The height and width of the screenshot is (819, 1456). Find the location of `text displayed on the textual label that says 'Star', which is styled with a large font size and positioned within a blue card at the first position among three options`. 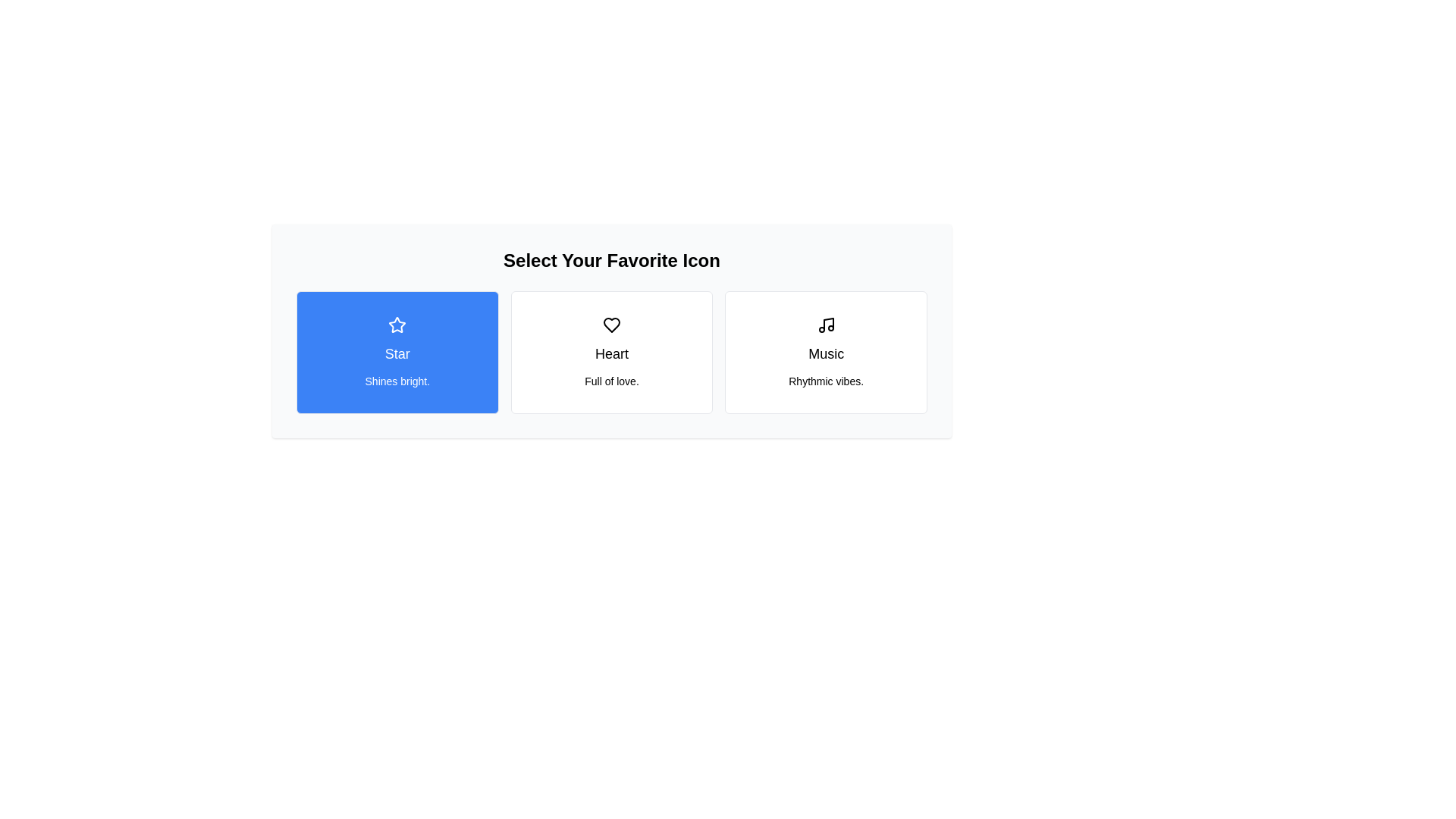

text displayed on the textual label that says 'Star', which is styled with a large font size and positioned within a blue card at the first position among three options is located at coordinates (397, 353).